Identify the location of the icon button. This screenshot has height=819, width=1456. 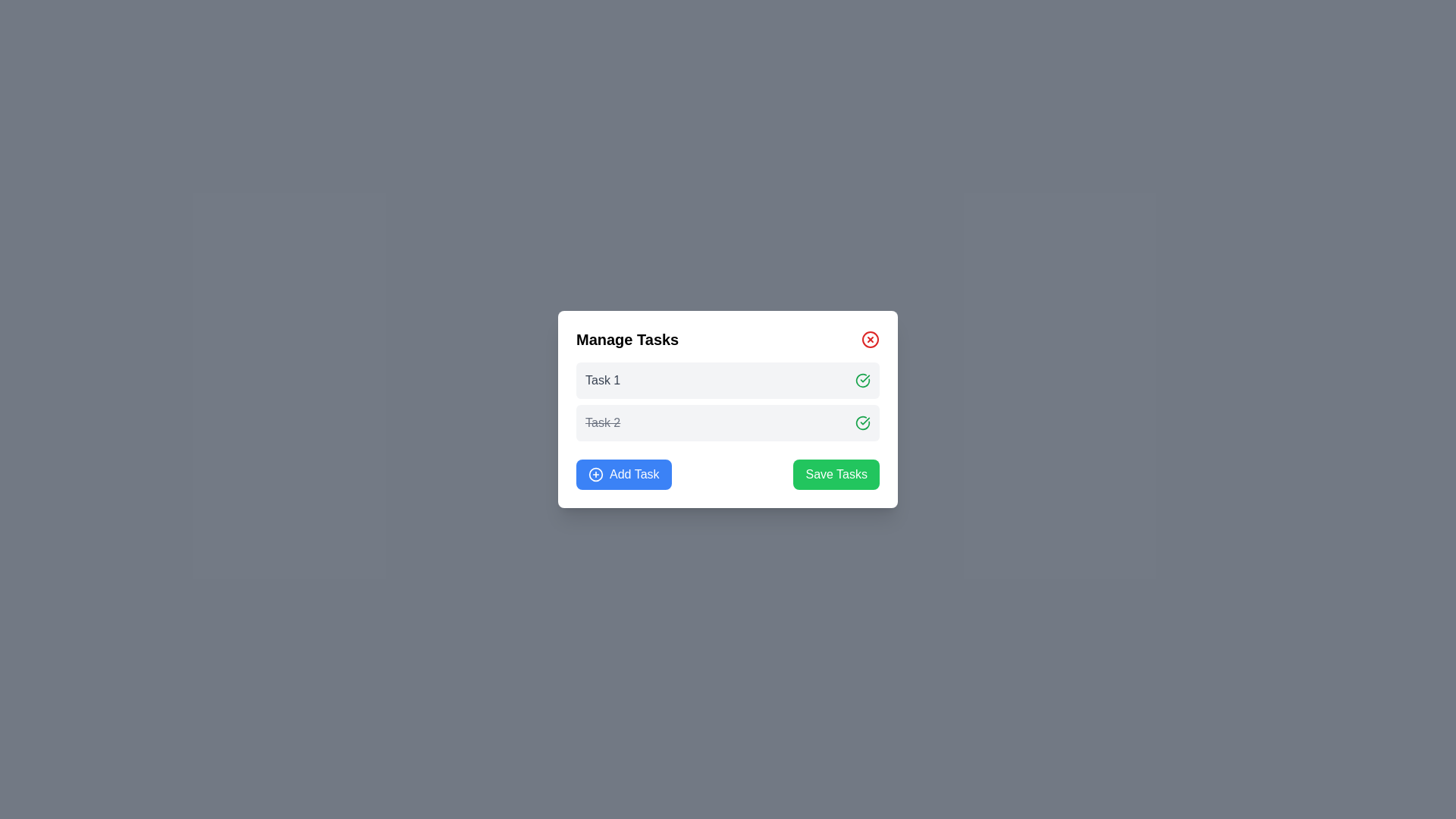
(862, 423).